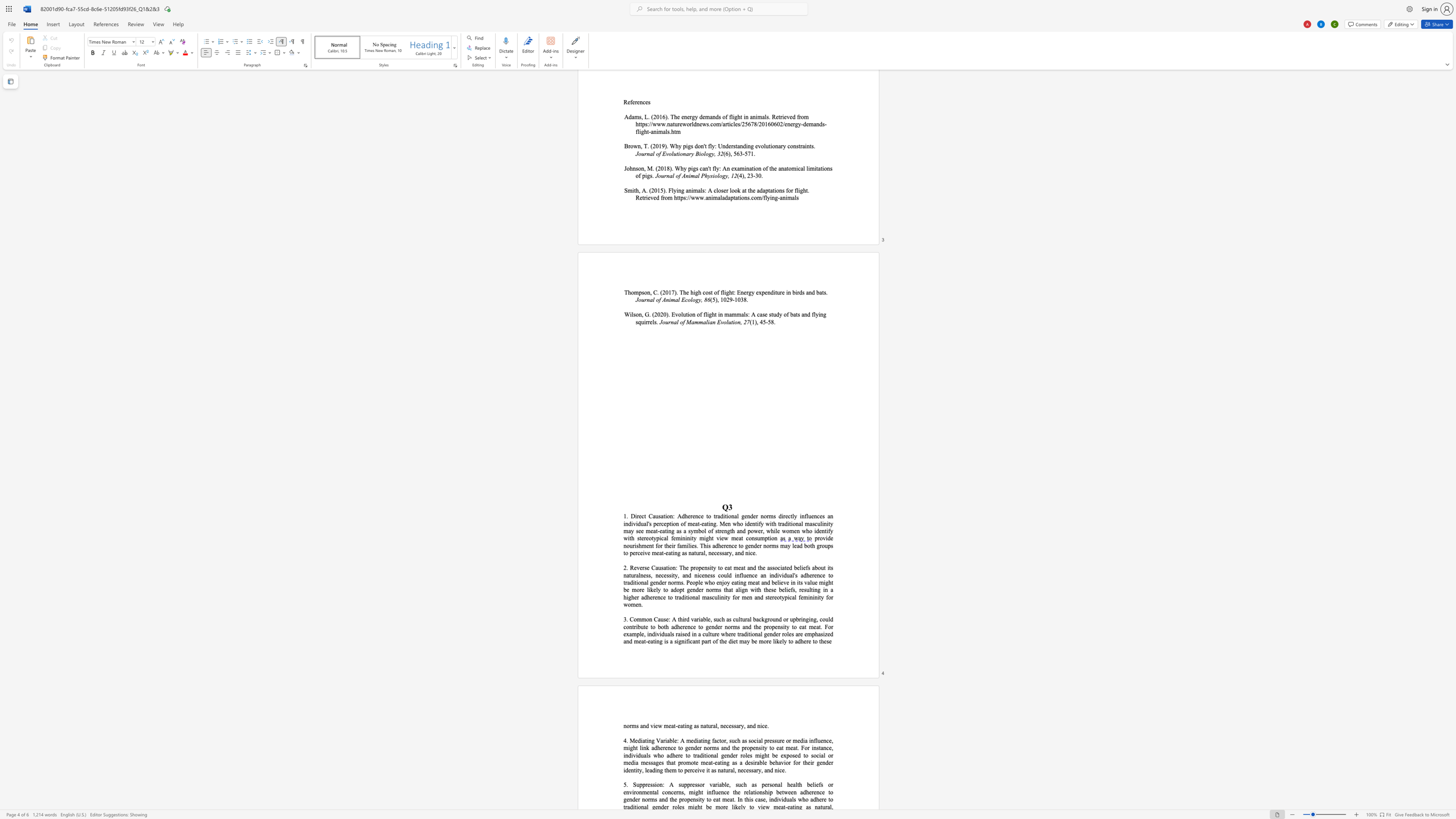 The height and width of the screenshot is (819, 1456). What do you see at coordinates (715, 523) in the screenshot?
I see `the space between the continuous character "g" and "." in the text` at bounding box center [715, 523].